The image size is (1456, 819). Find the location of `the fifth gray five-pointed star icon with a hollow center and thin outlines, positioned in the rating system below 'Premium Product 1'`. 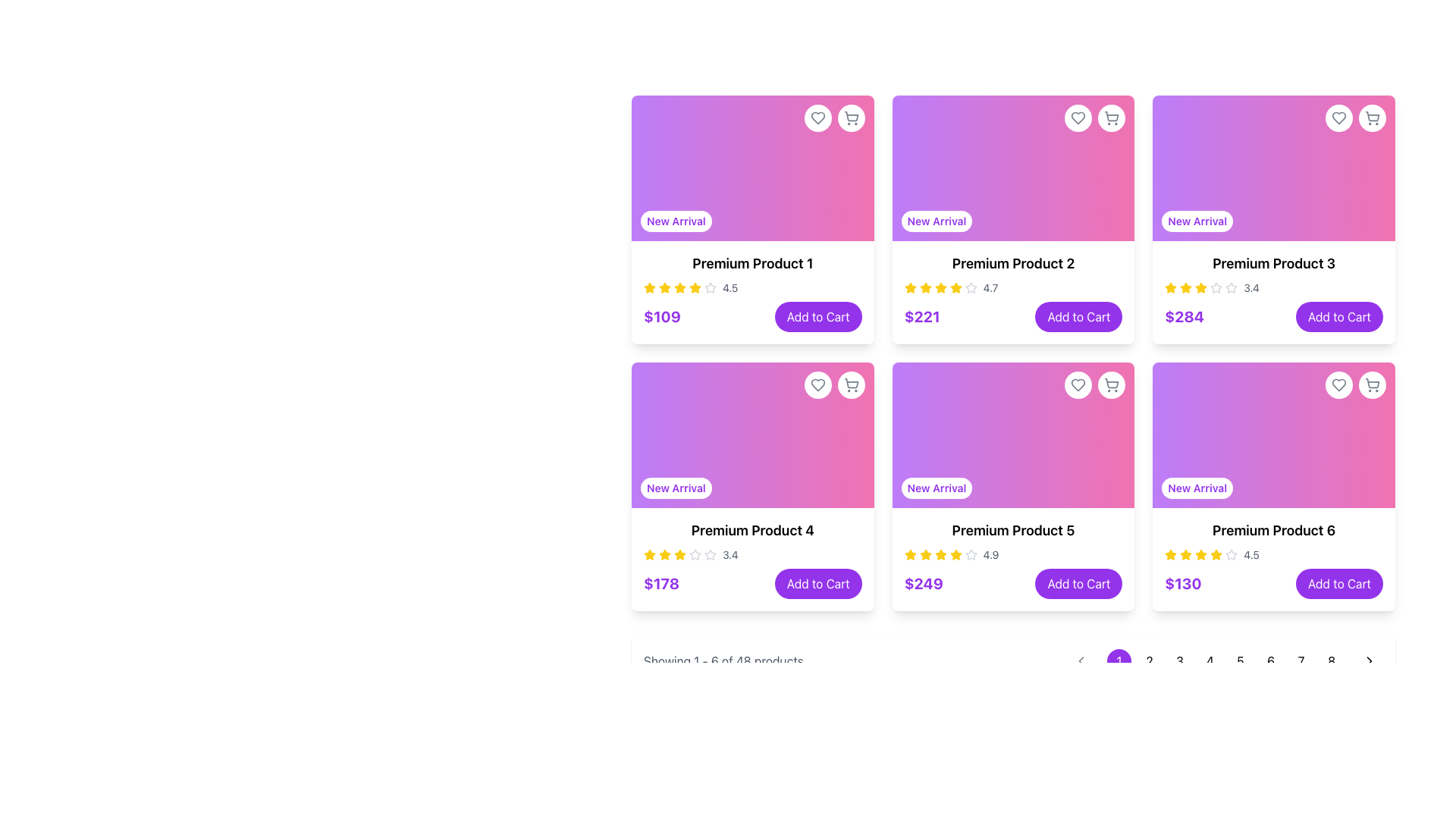

the fifth gray five-pointed star icon with a hollow center and thin outlines, positioned in the rating system below 'Premium Product 1' is located at coordinates (709, 288).